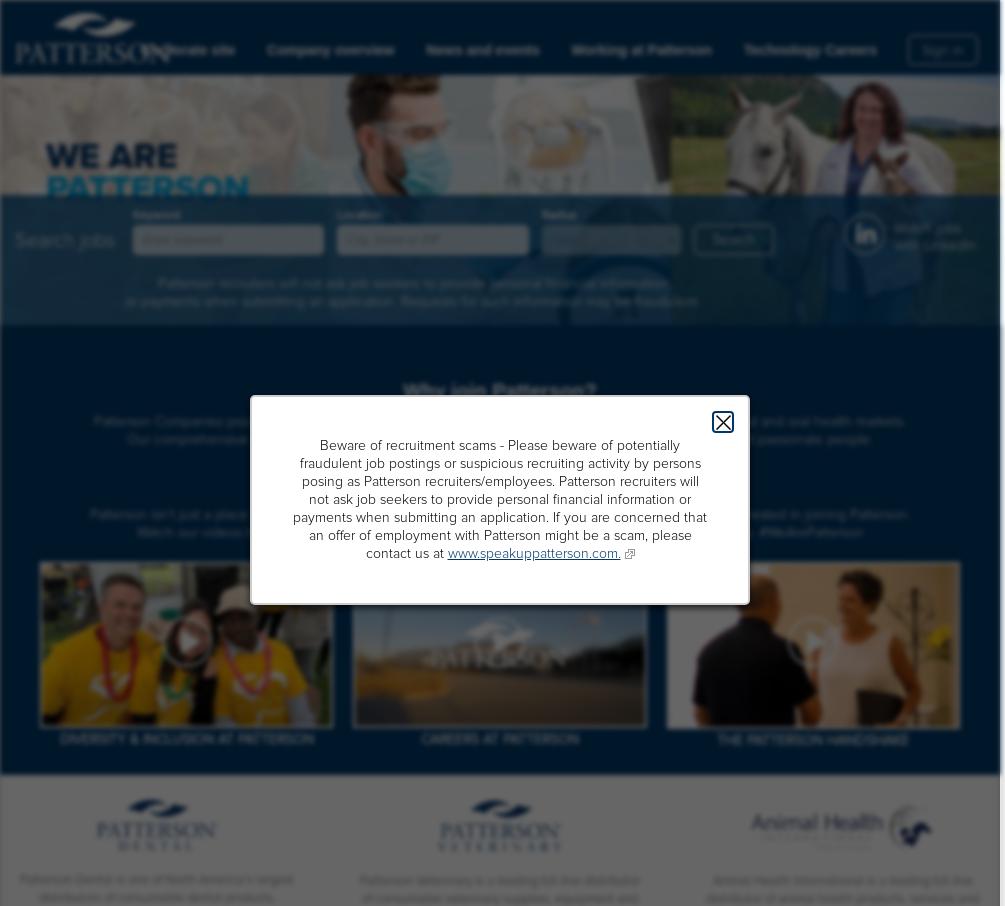 The image size is (1005, 906). I want to click on 'Beware of recruitment scams - Please beware of potentially fraudulent job postings or suspicious recruiting activity by persons posing as Patterson recruiters/employees. Patterson recruiters will not ask job seekers to provide personal financial information or payments when submitting an application. If you are concerned that an offer of employment with Patterson might be a scam, please contact us at', so click(291, 499).